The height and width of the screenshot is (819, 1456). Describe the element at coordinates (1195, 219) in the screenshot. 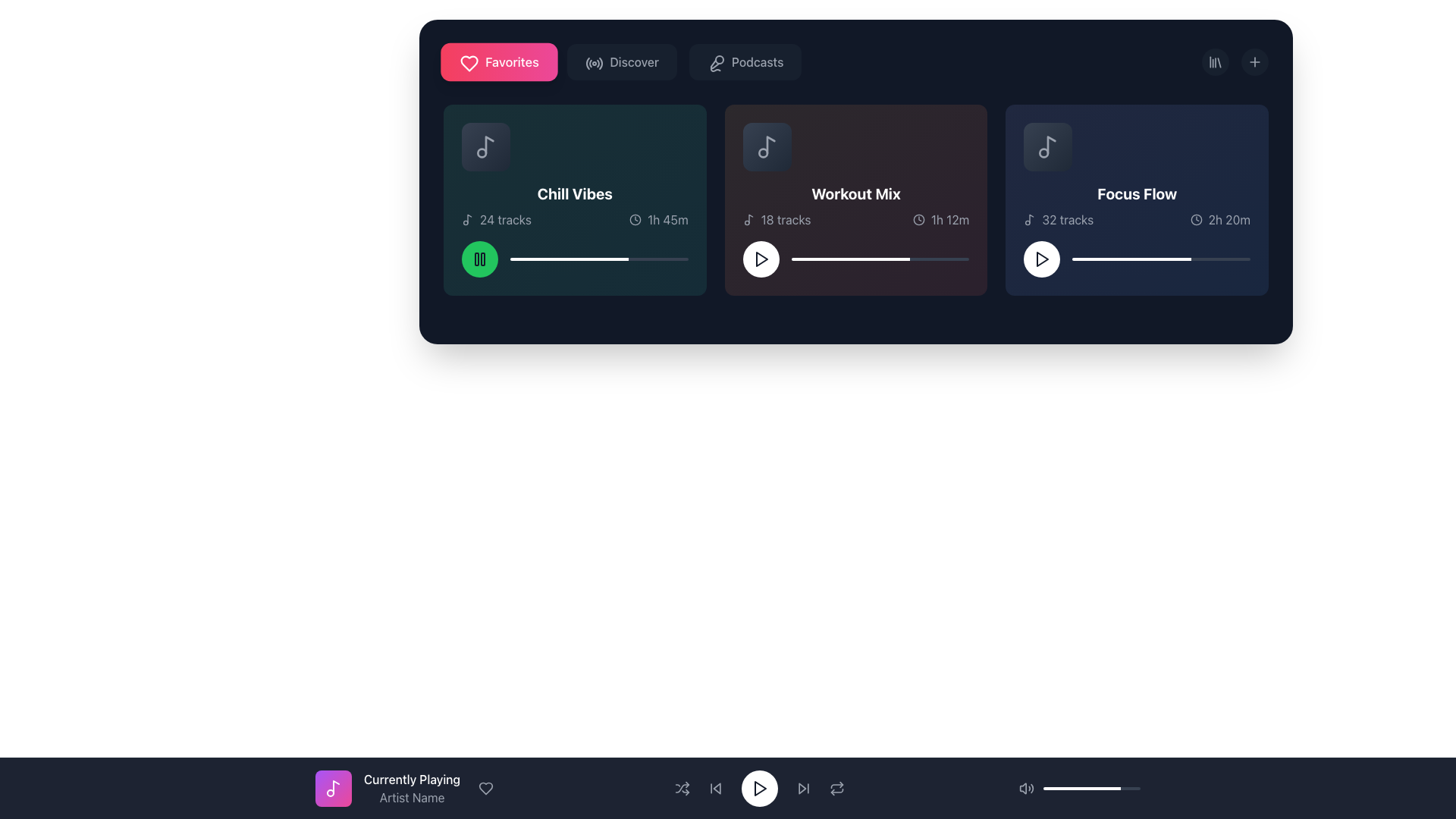

I see `the Clock icon, which is a circular icon with a clock design, located next to the text '2h 20m' in the 'Focus Flow' playlist card` at that location.